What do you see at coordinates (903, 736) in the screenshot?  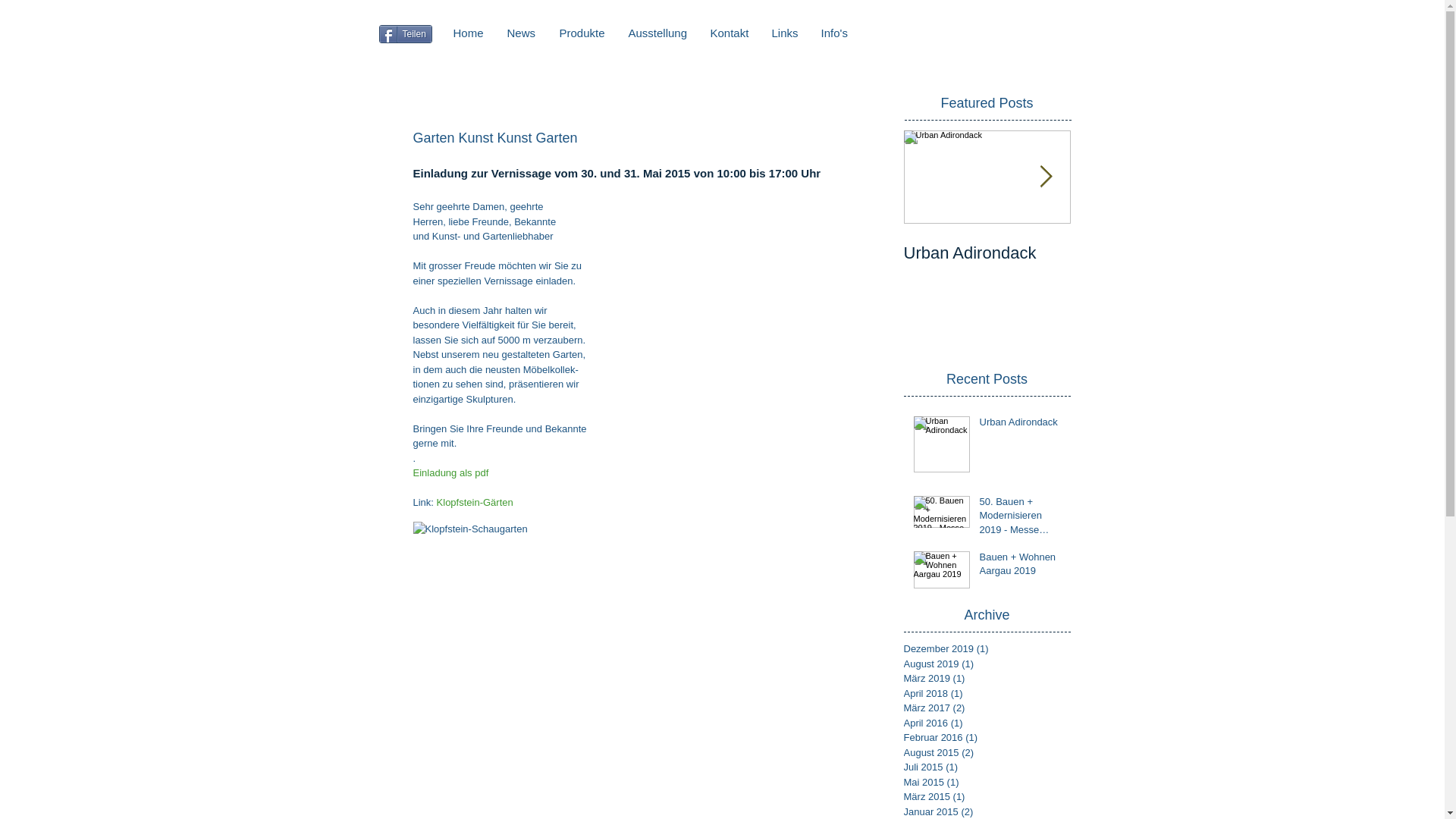 I see `'Februar 2016 (1)'` at bounding box center [903, 736].